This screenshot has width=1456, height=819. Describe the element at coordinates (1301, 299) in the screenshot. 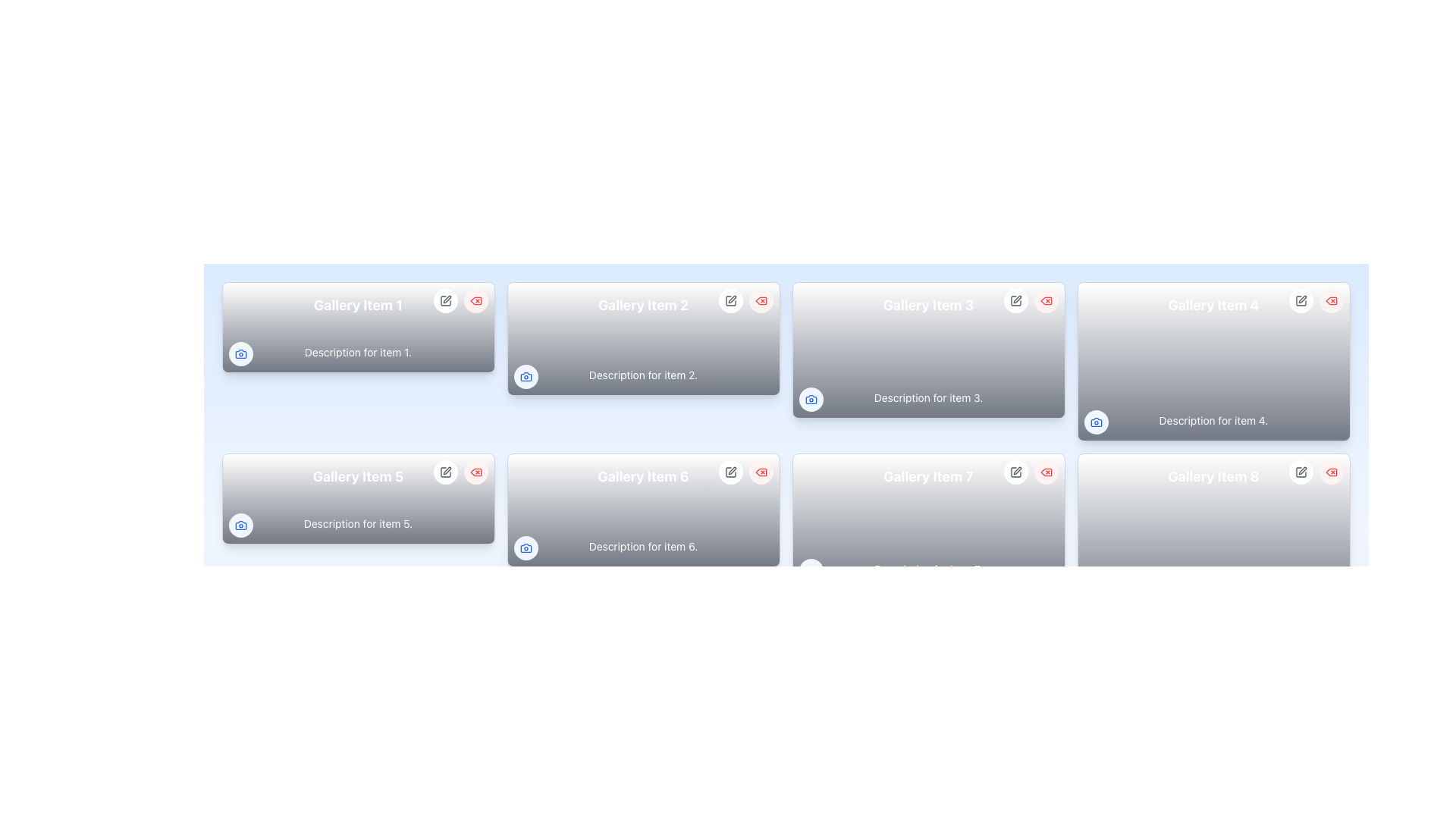

I see `the button with a pen icon located in the upper right corner of the 'Gallery Item 4' card` at that location.